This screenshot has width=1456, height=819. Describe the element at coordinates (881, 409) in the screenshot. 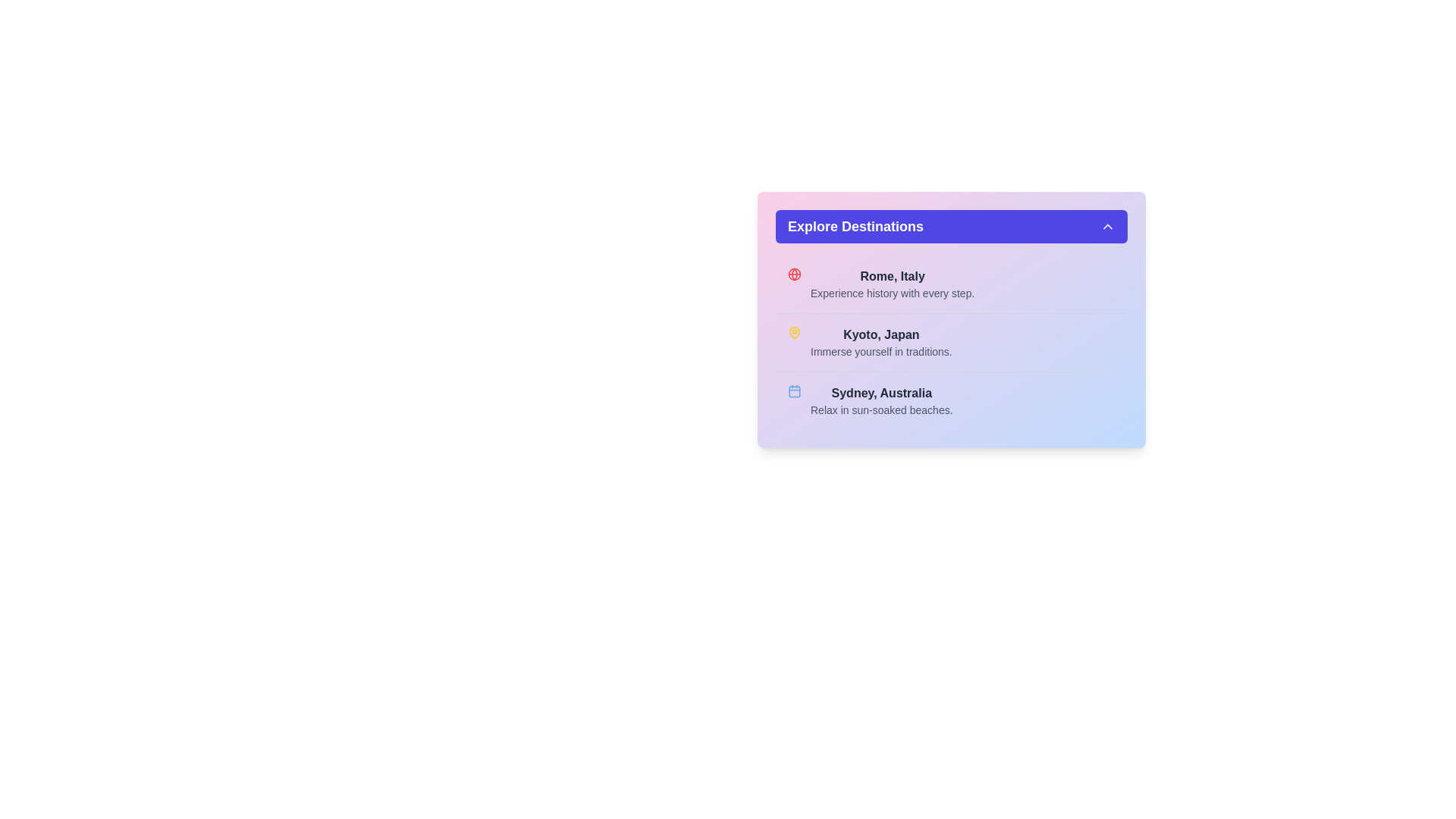

I see `the static text description reading 'Relax in sun-soaked beaches.' located below 'Sydney, Australia' in the 'Explore Destinations' panel` at that location.